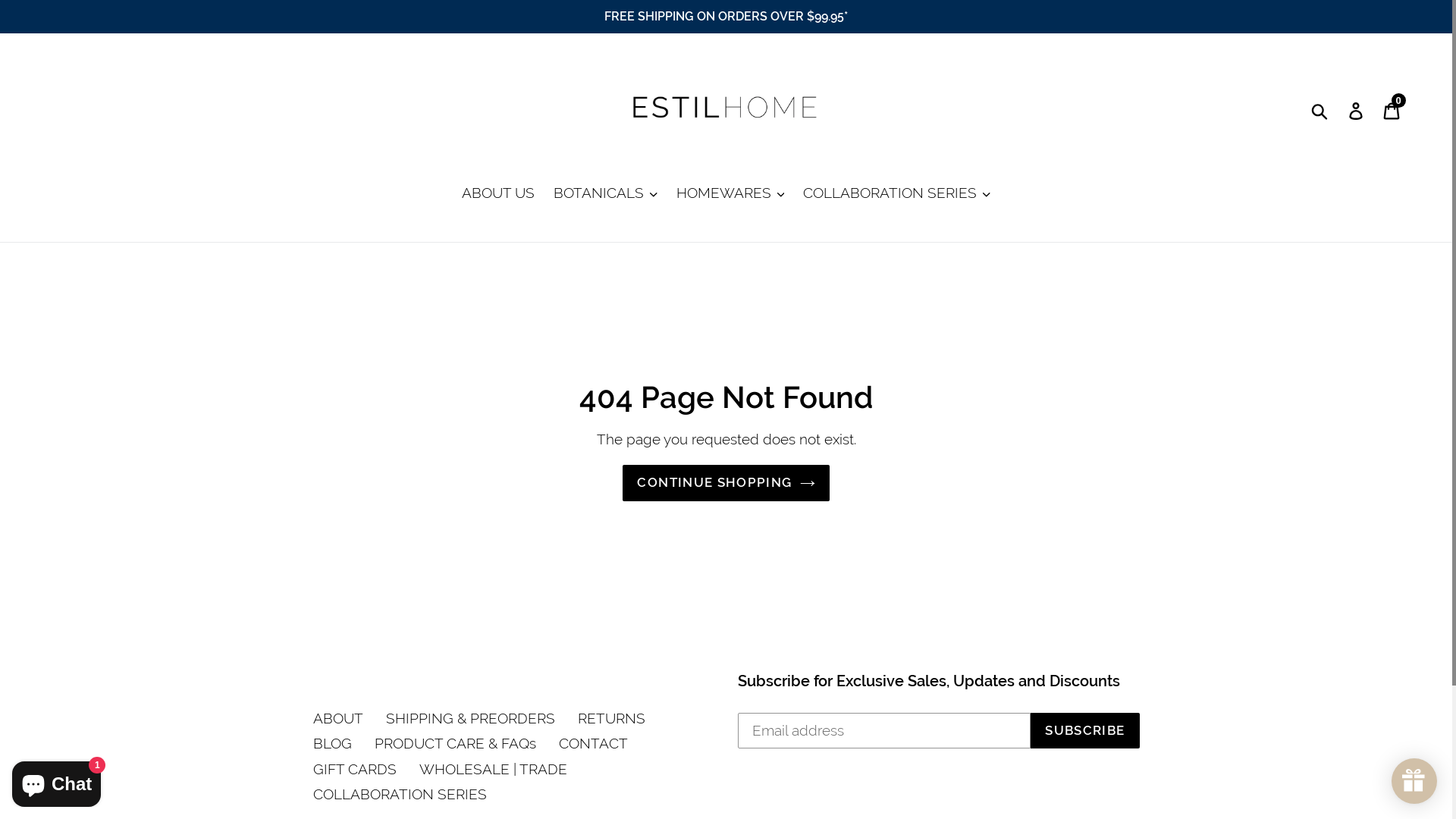  I want to click on 'PRODUCT CARE & FAQs', so click(375, 742).